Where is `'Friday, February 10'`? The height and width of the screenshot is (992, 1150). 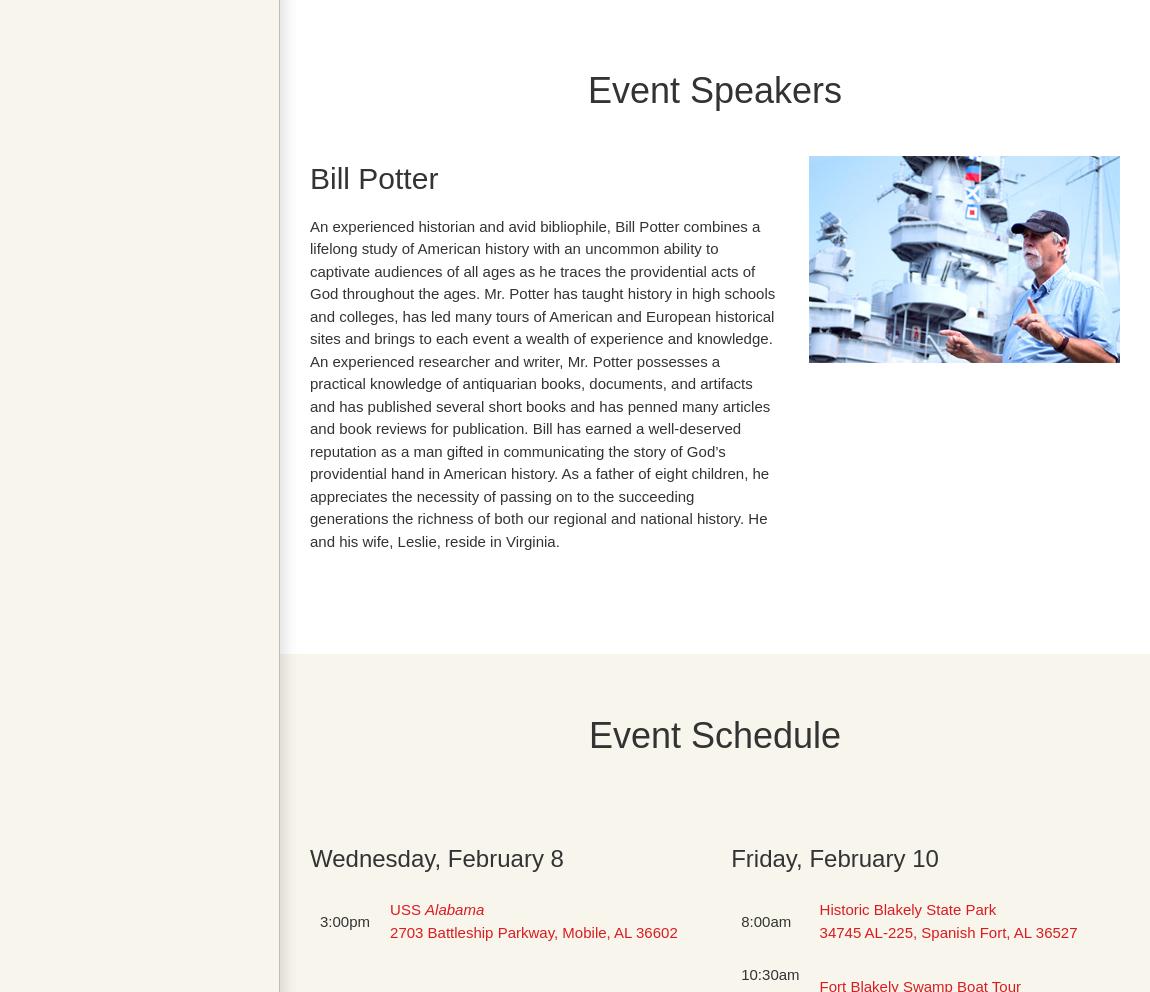 'Friday, February 10' is located at coordinates (833, 857).